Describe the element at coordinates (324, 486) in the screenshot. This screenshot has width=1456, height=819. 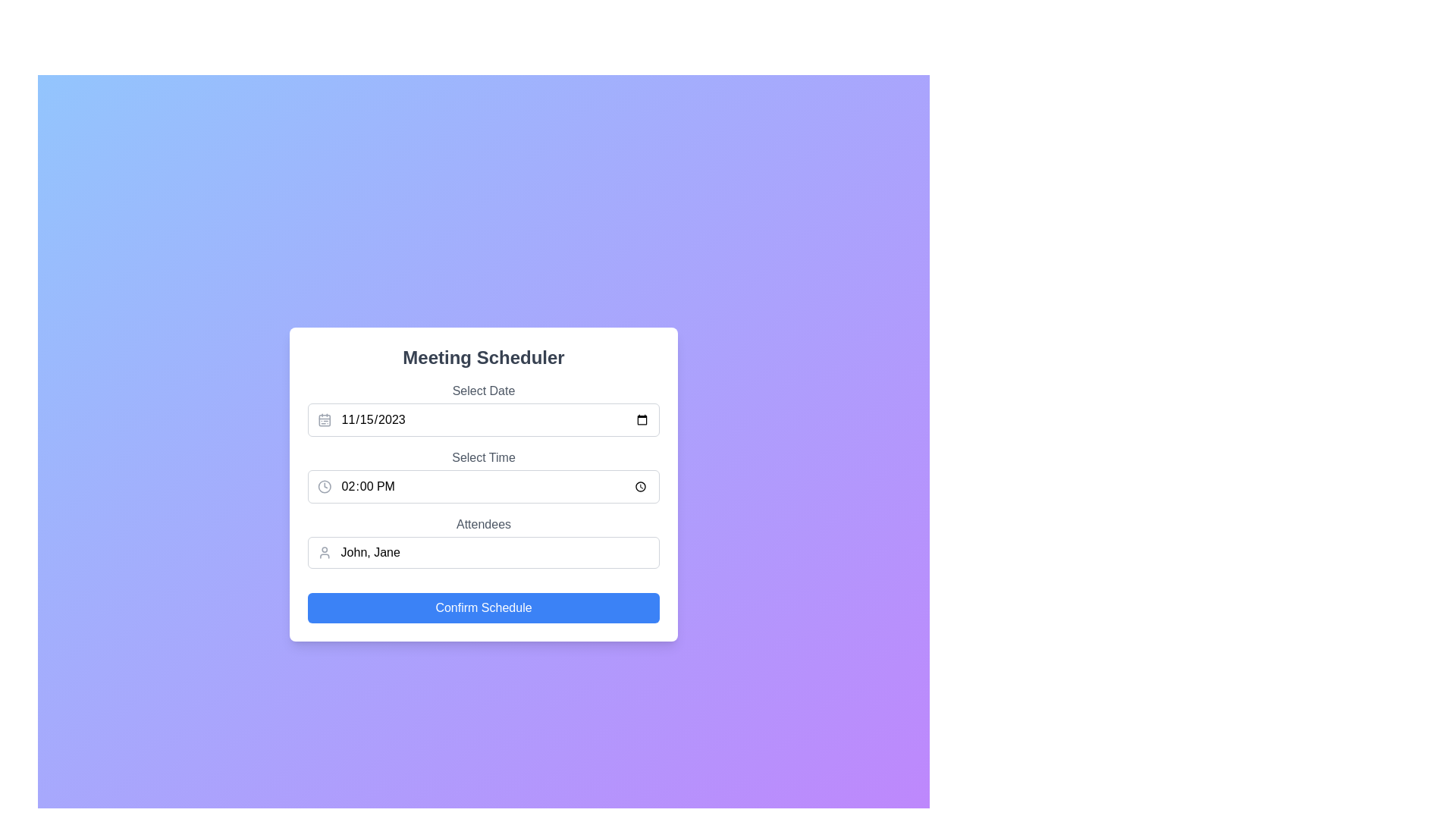
I see `the circular outline of the clock icon in the time selection section of the meeting scheduler card` at that location.